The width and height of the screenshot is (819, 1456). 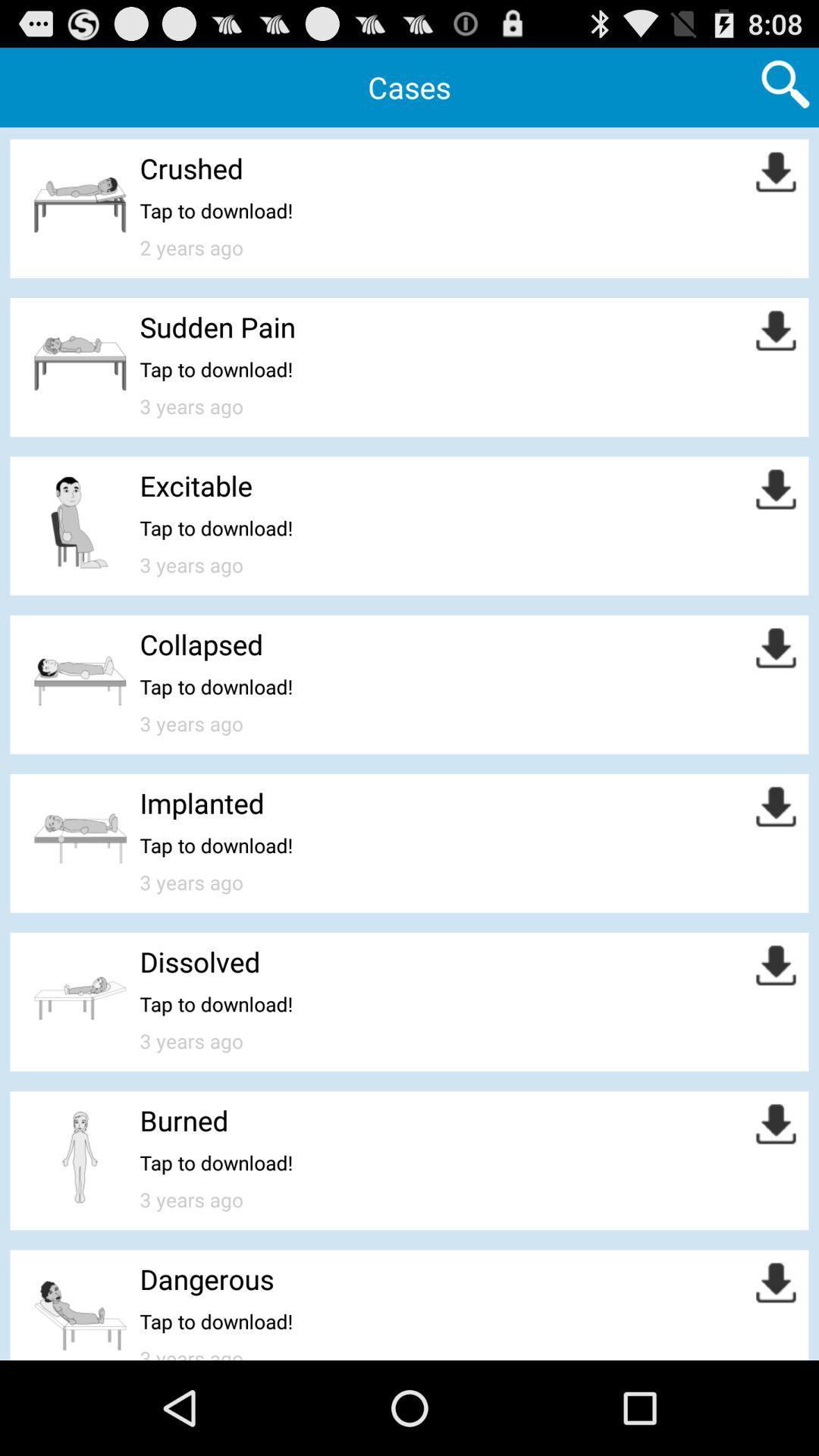 What do you see at coordinates (200, 644) in the screenshot?
I see `icon above the tap to download!` at bounding box center [200, 644].